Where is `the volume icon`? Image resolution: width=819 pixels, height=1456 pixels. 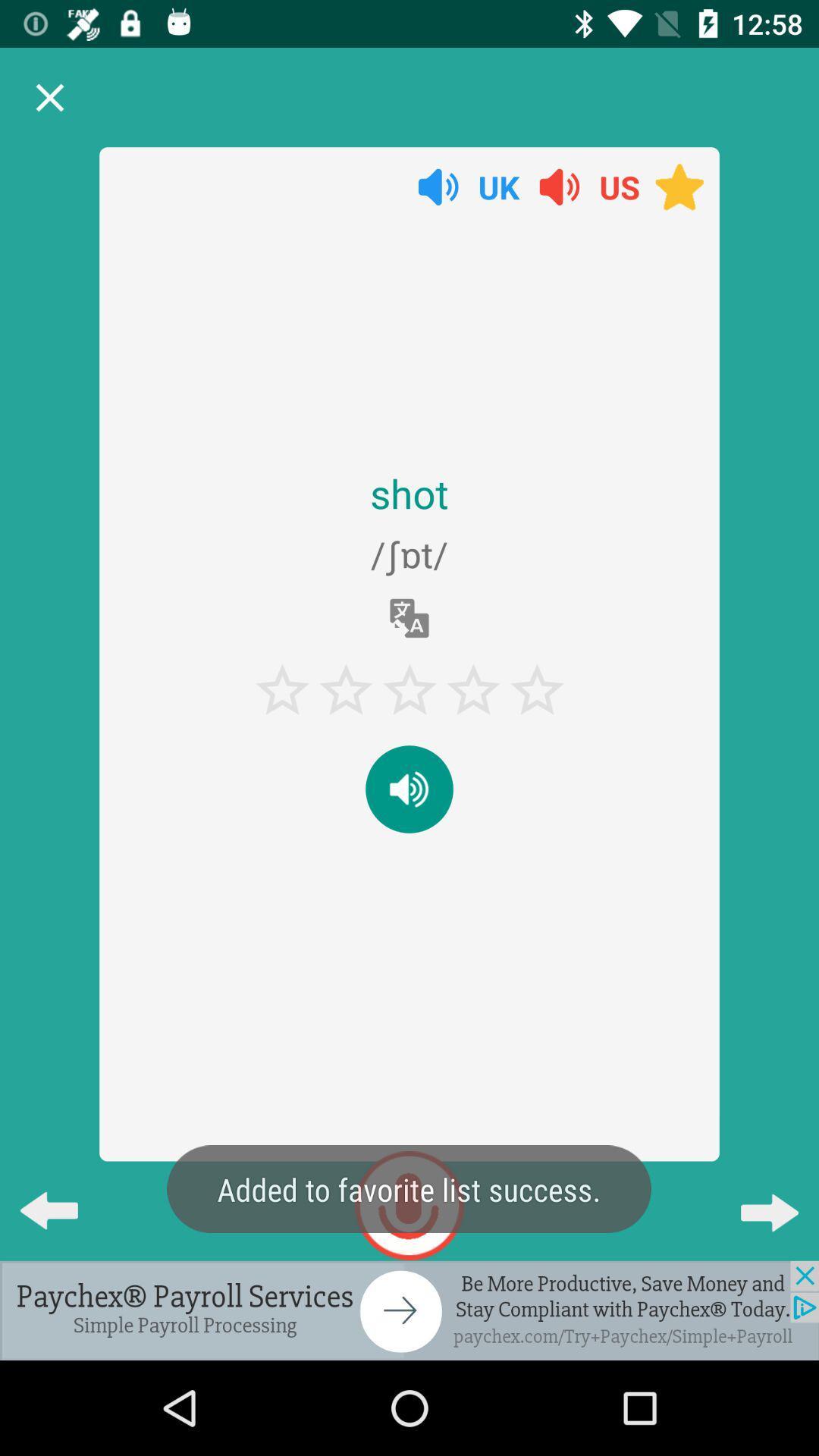 the volume icon is located at coordinates (559, 186).